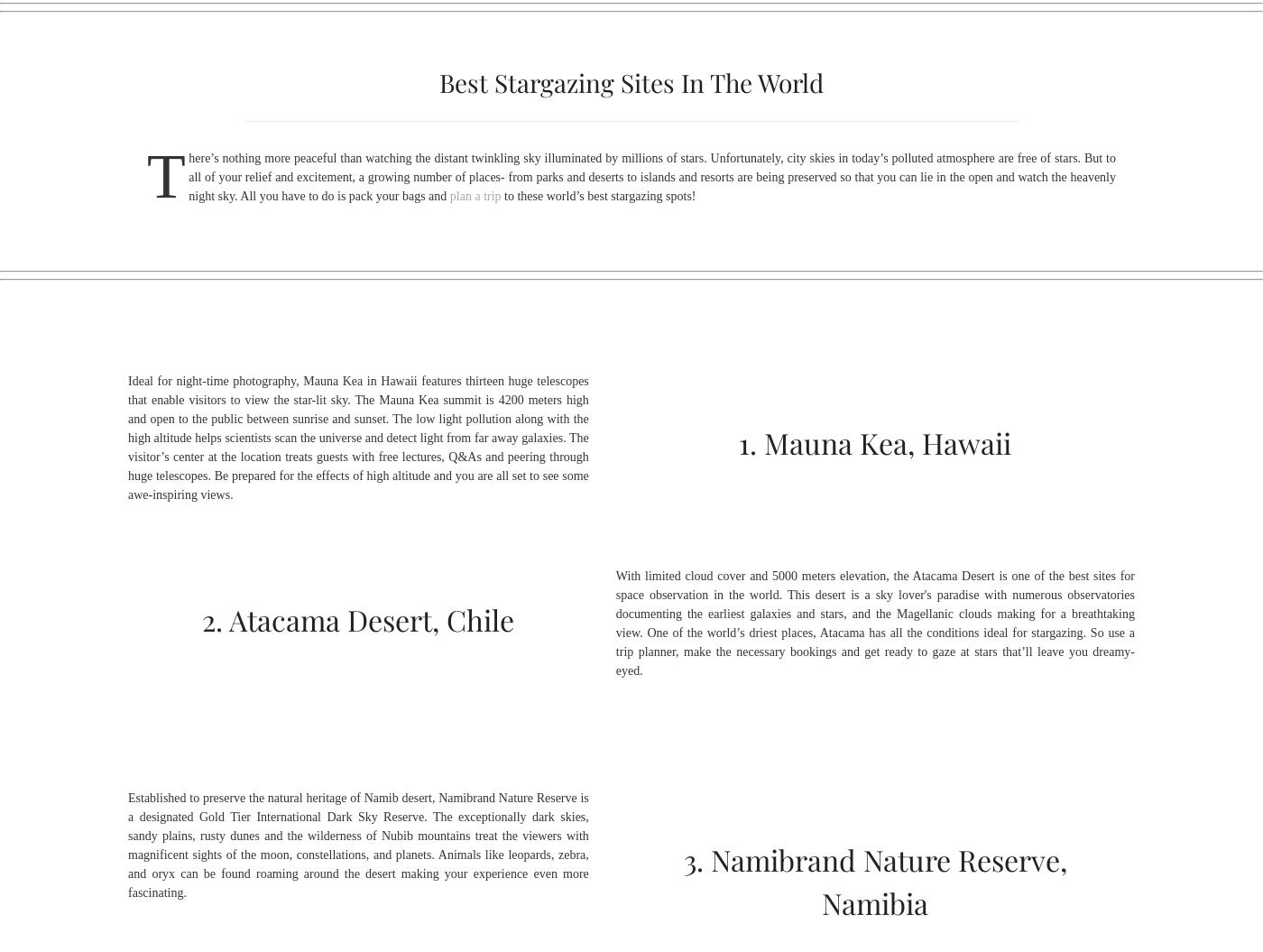 The image size is (1263, 952). Describe the element at coordinates (358, 437) in the screenshot. I see `'Ideal for night-time photography, Mauna Kea in Hawaii features thirteen huge telescopes that enable visitors to view the star-lit sky. The Mauna Kea summit is 4200 meters high and open to the public between sunrise and sunset. The low light pollution along with the high altitude helps scientists scan the universe and detect light from far away galaxies. The visitor’s center at the location treats guests with free lectures, Q&As and peering through huge telescopes. Be prepared for the effects of high altitude and you are all set to see some awe-inspiring views.'` at that location.